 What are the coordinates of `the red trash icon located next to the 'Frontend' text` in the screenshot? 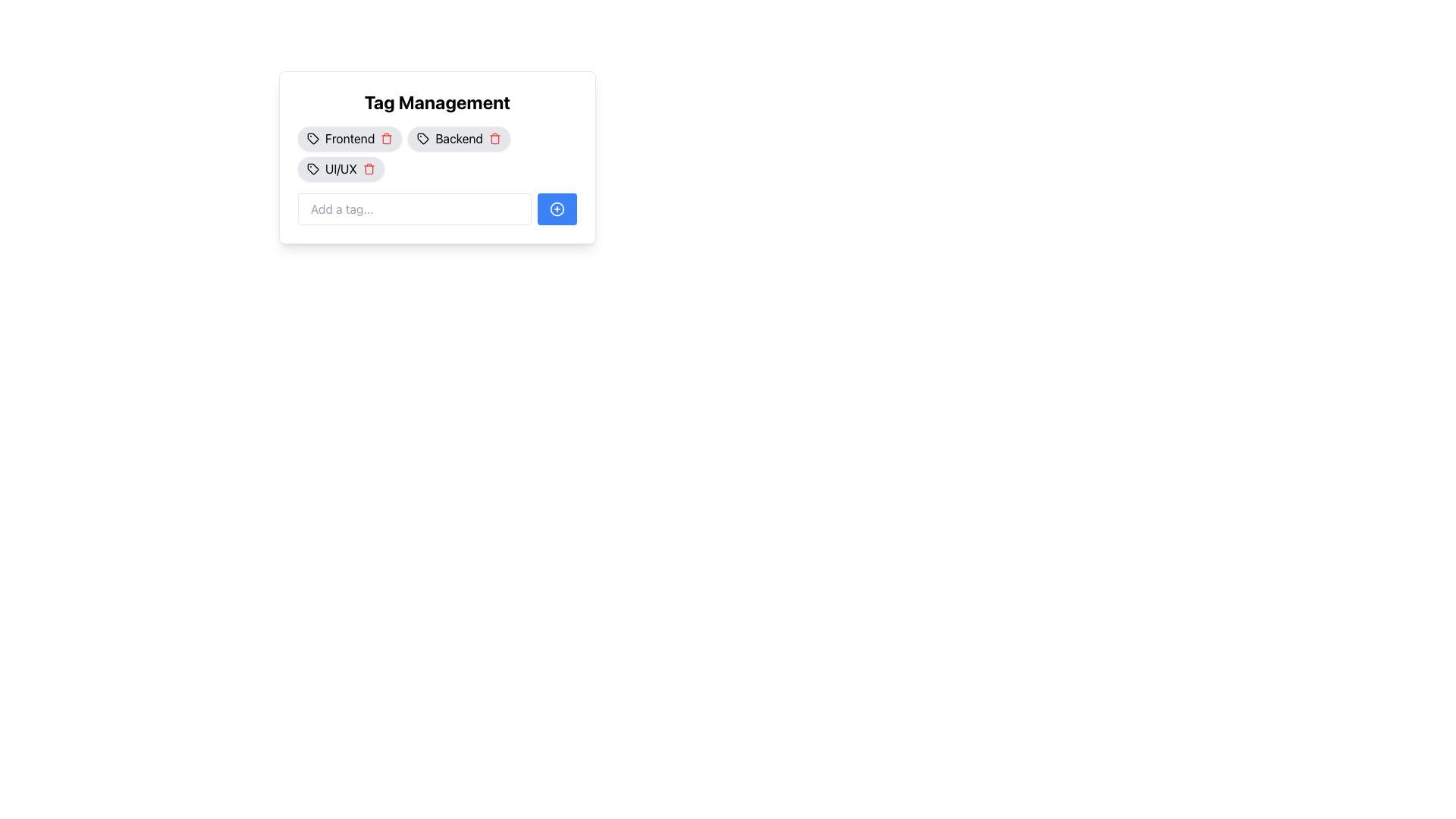 It's located at (387, 138).